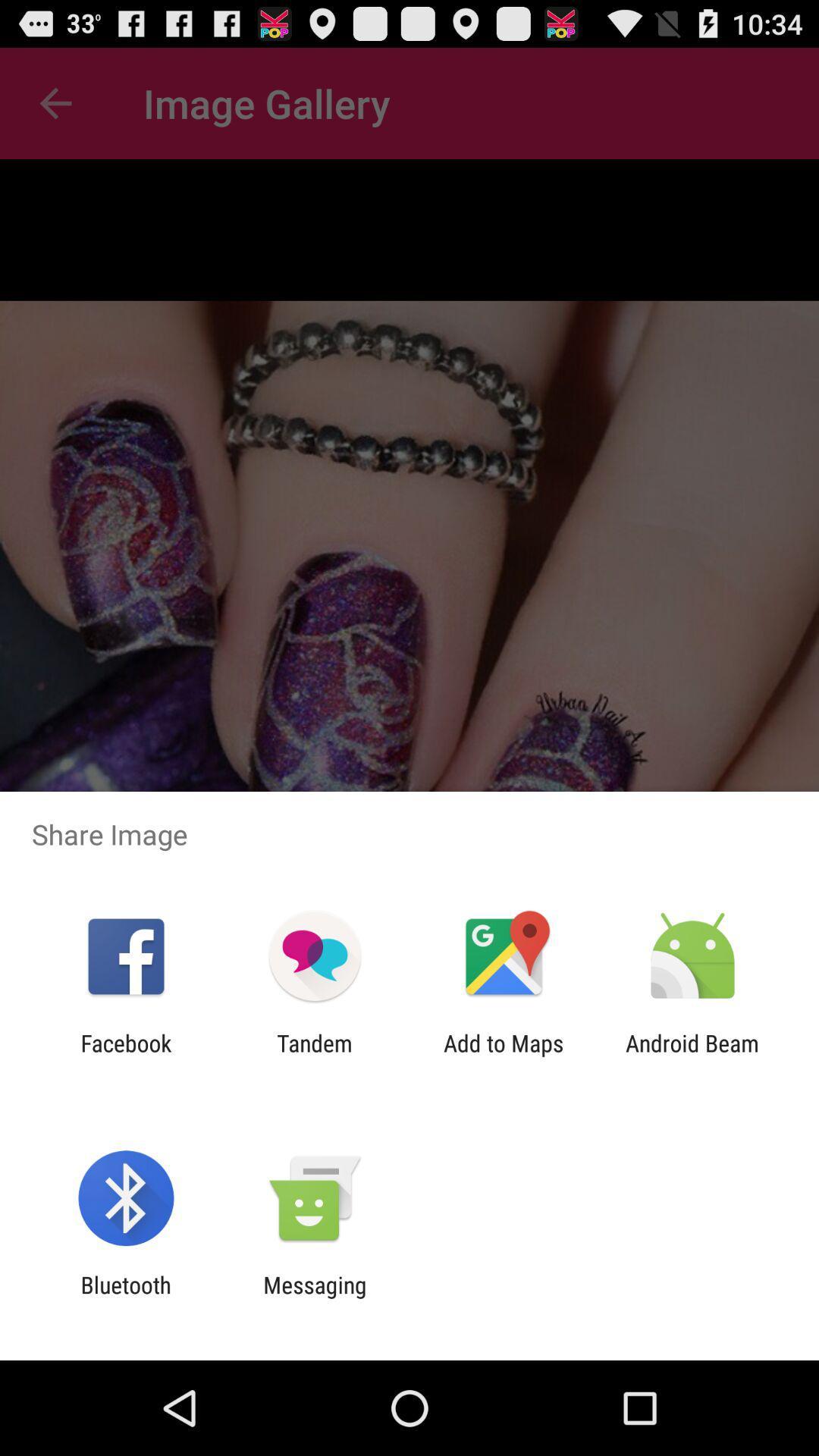 This screenshot has width=819, height=1456. What do you see at coordinates (125, 1056) in the screenshot?
I see `the facebook app` at bounding box center [125, 1056].